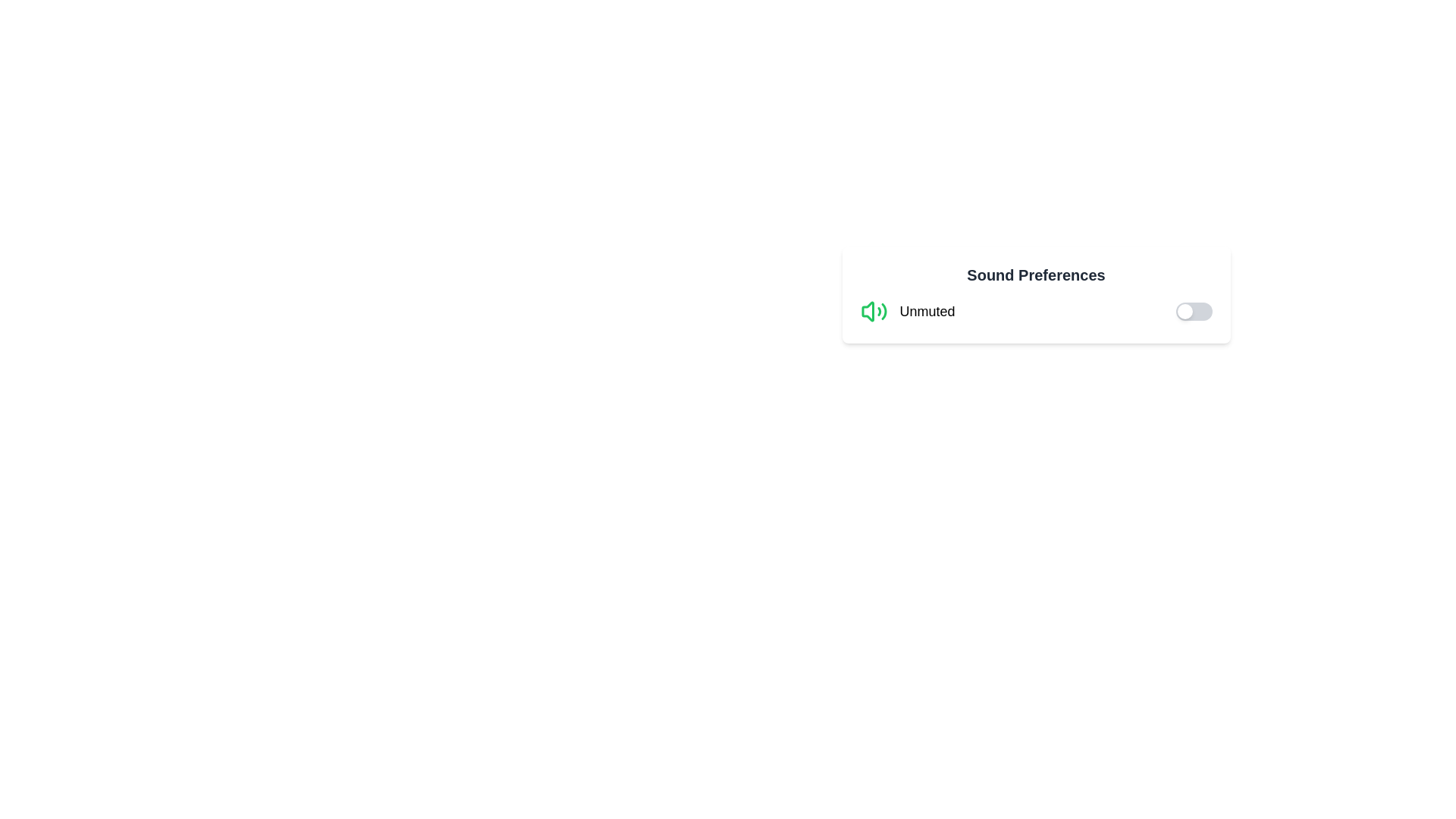  Describe the element at coordinates (1035, 275) in the screenshot. I see `the bold text label reading 'Sound Preferences' located at the top of a card-like section` at that location.